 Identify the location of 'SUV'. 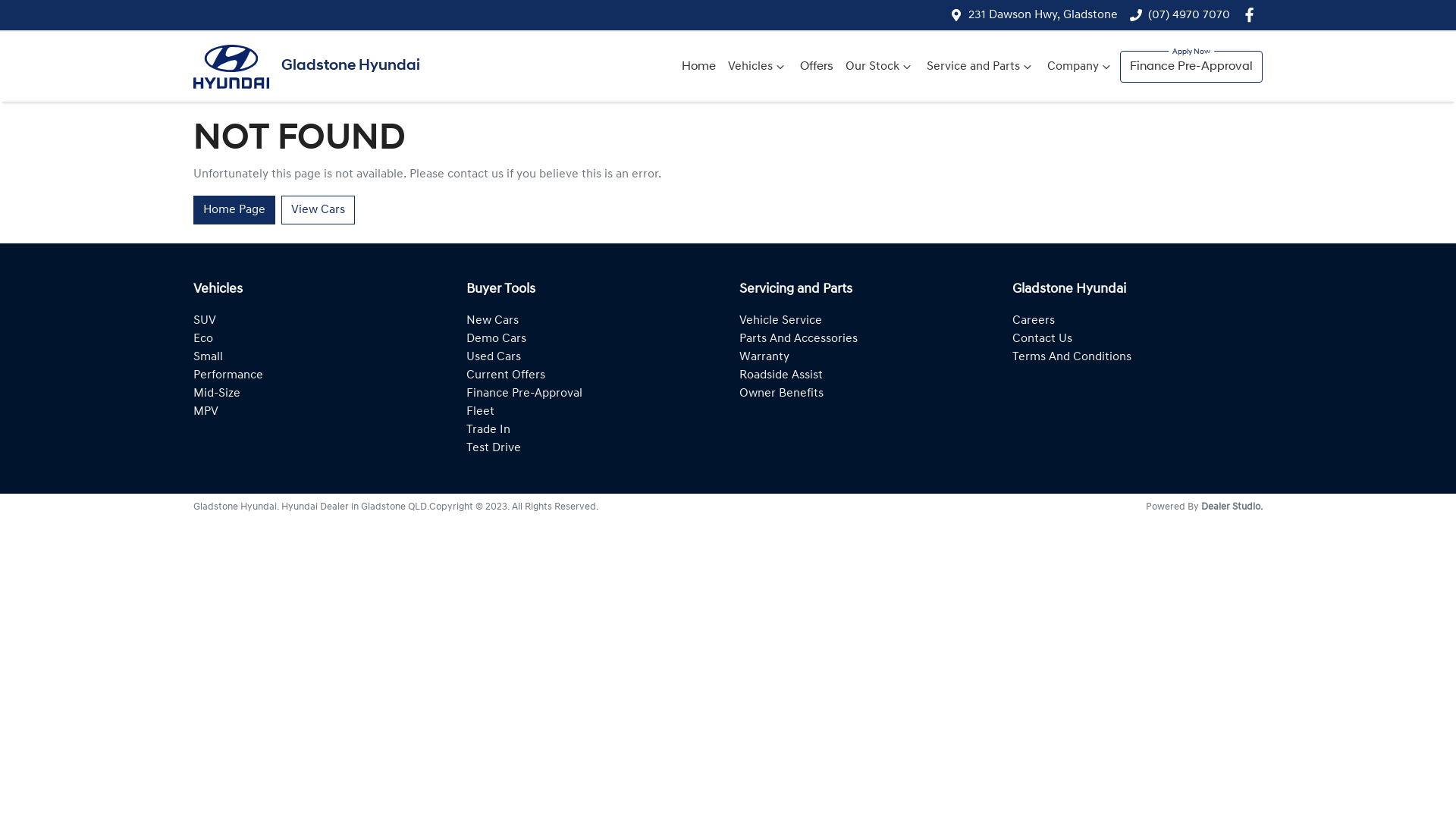
(203, 320).